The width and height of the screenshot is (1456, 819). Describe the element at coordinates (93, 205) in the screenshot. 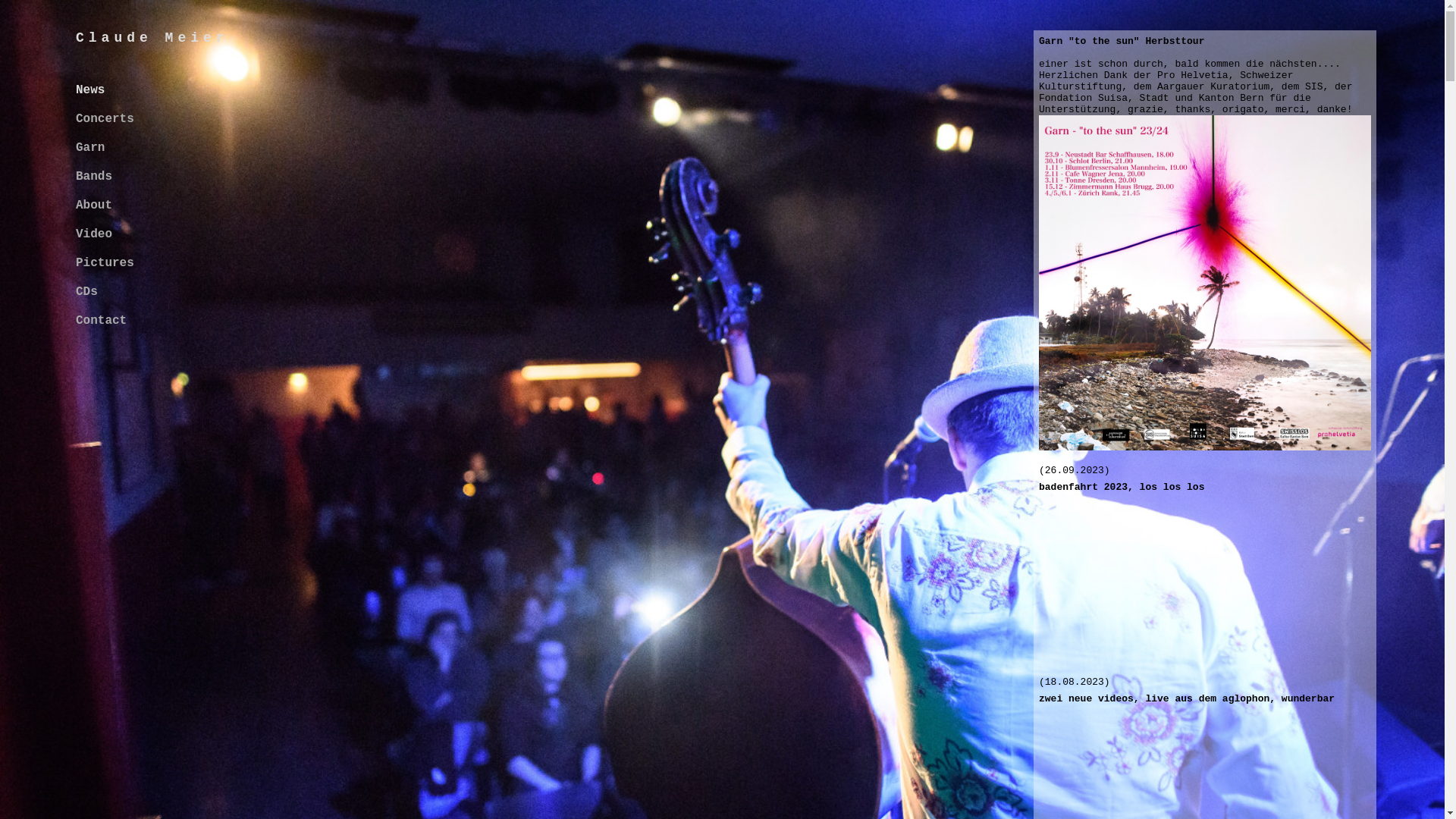

I see `'About'` at that location.